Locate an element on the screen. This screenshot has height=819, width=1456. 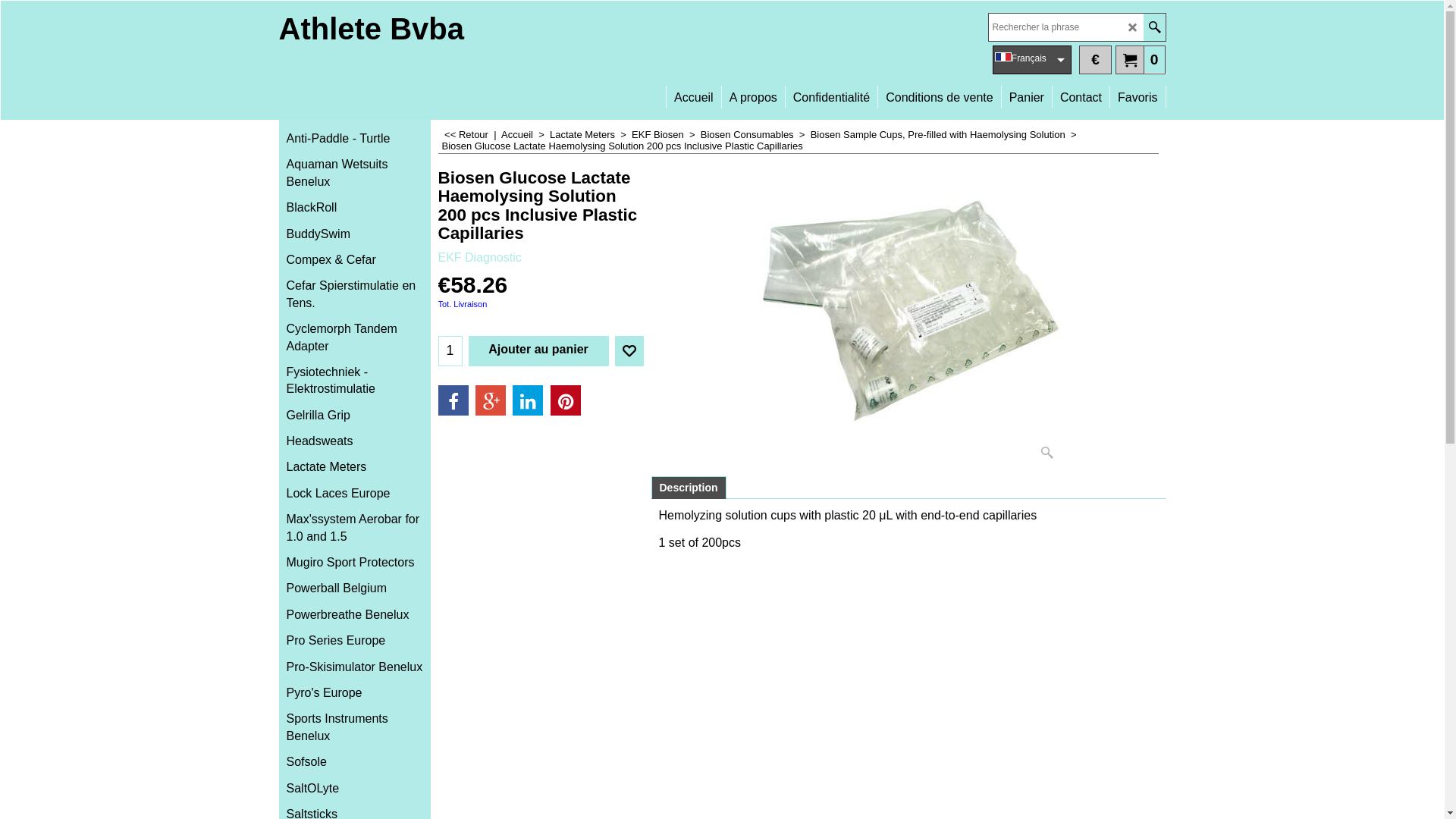
'Tot. Livraison' is located at coordinates (462, 304).